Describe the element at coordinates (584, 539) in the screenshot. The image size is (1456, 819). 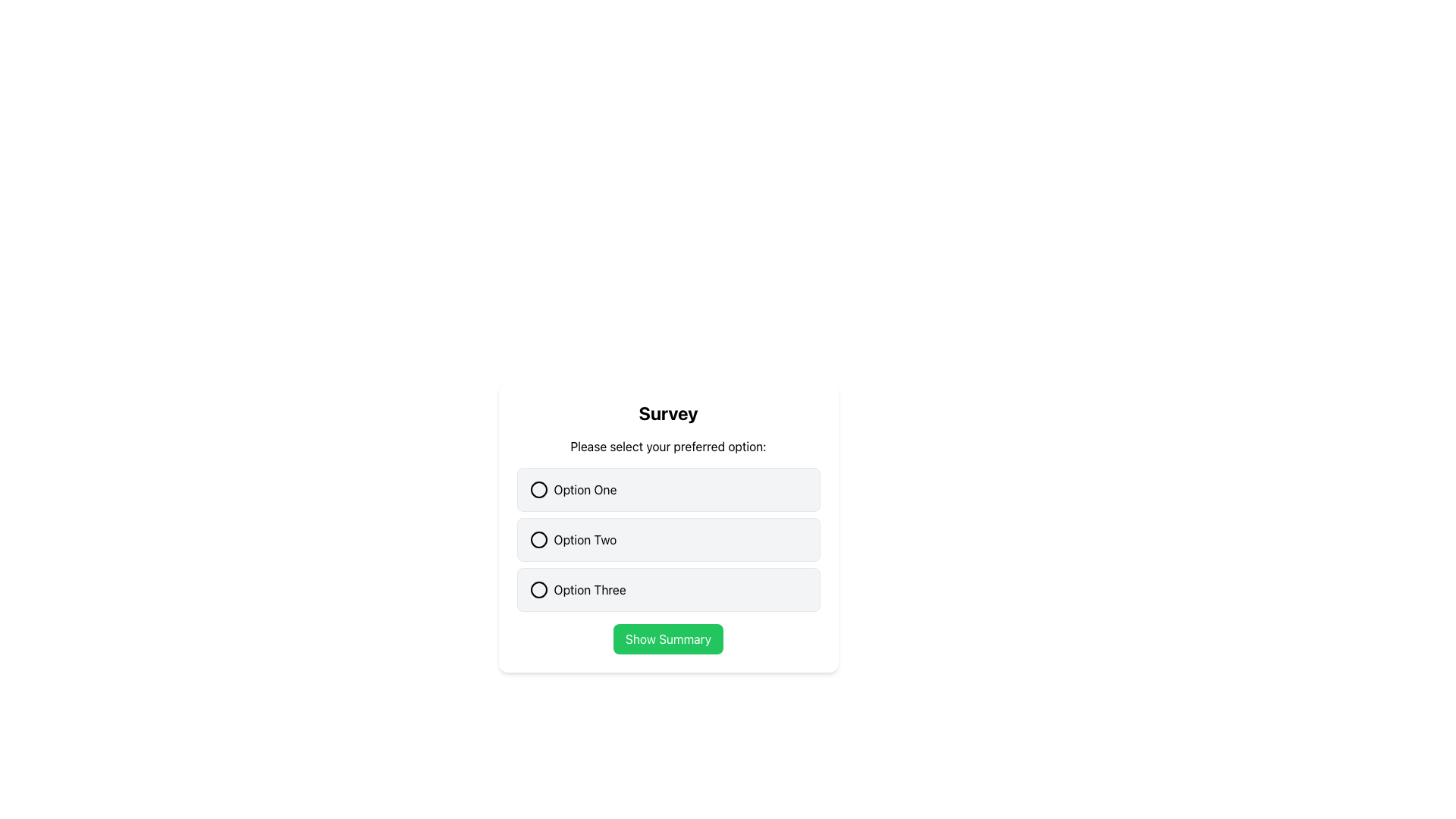
I see `the 'Option Two' text label, which is styled with a black font and located next to a circular icon in the middle of a vertical list of choices` at that location.